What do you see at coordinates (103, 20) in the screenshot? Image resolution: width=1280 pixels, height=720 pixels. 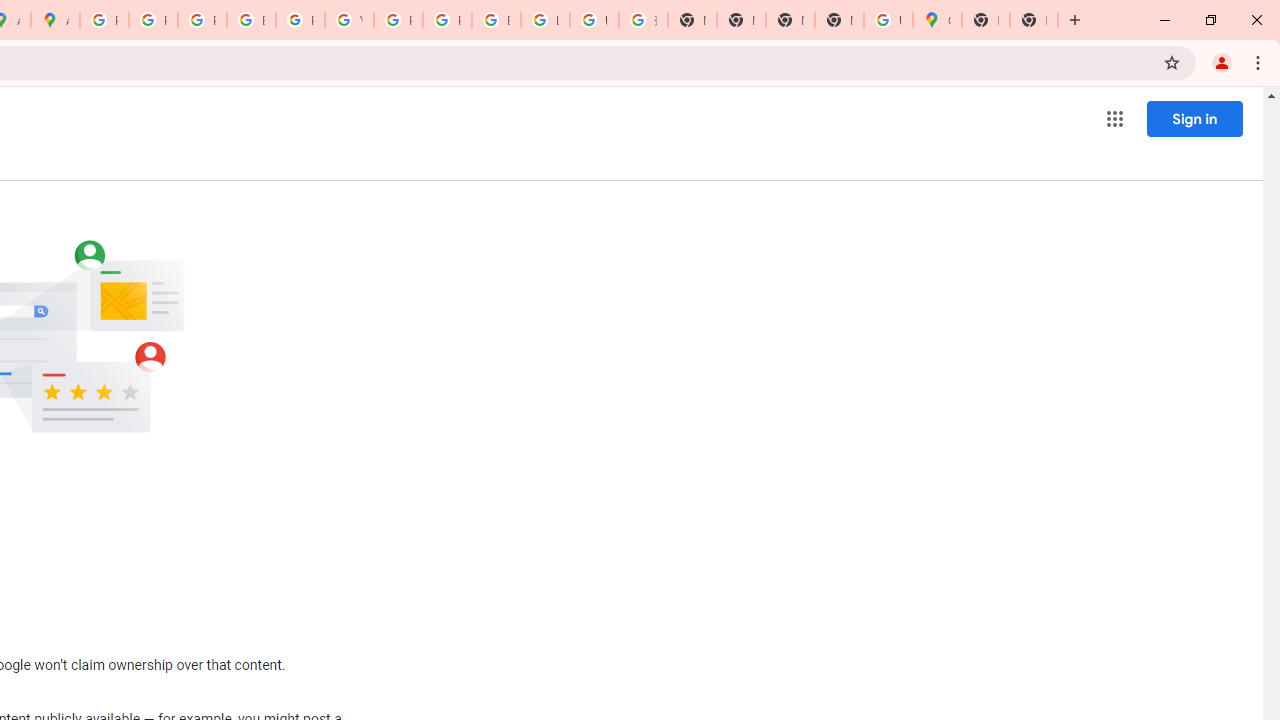 I see `'Policy Accountability and Transparency - Transparency Center'` at bounding box center [103, 20].